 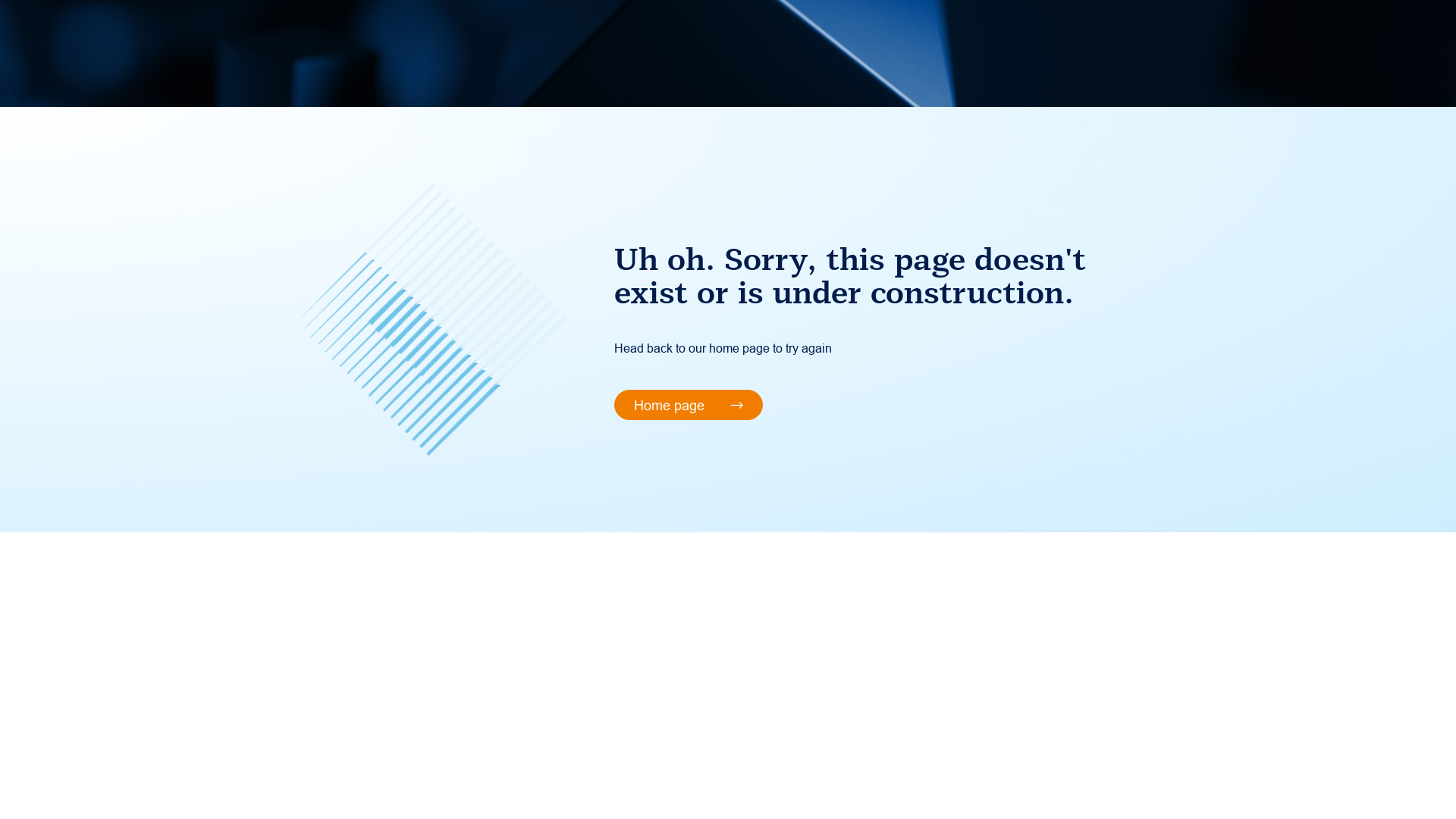 What do you see at coordinates (687, 403) in the screenshot?
I see `'Home page '` at bounding box center [687, 403].